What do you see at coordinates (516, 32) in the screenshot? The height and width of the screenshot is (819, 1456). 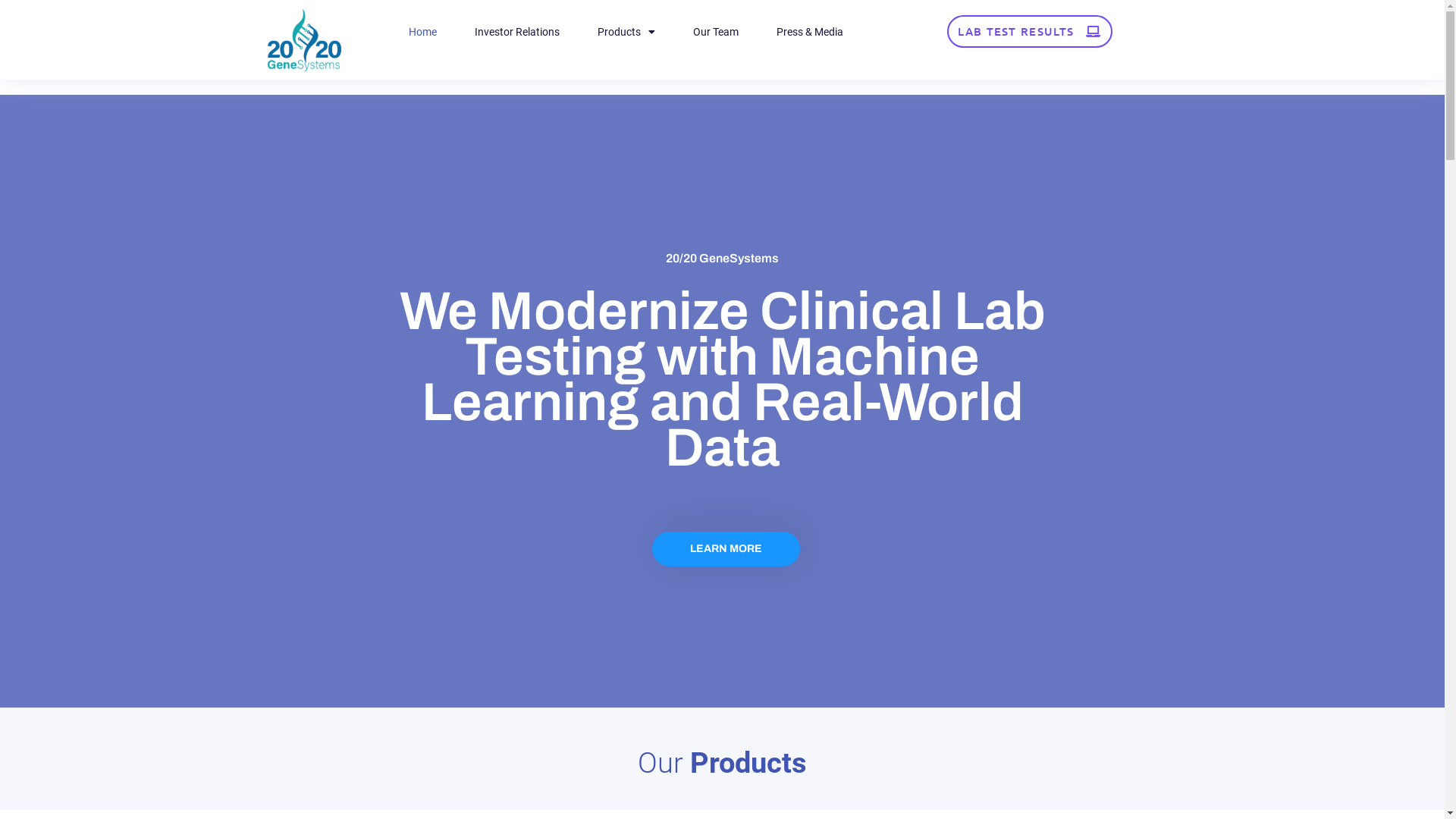 I see `'Investor Relations'` at bounding box center [516, 32].